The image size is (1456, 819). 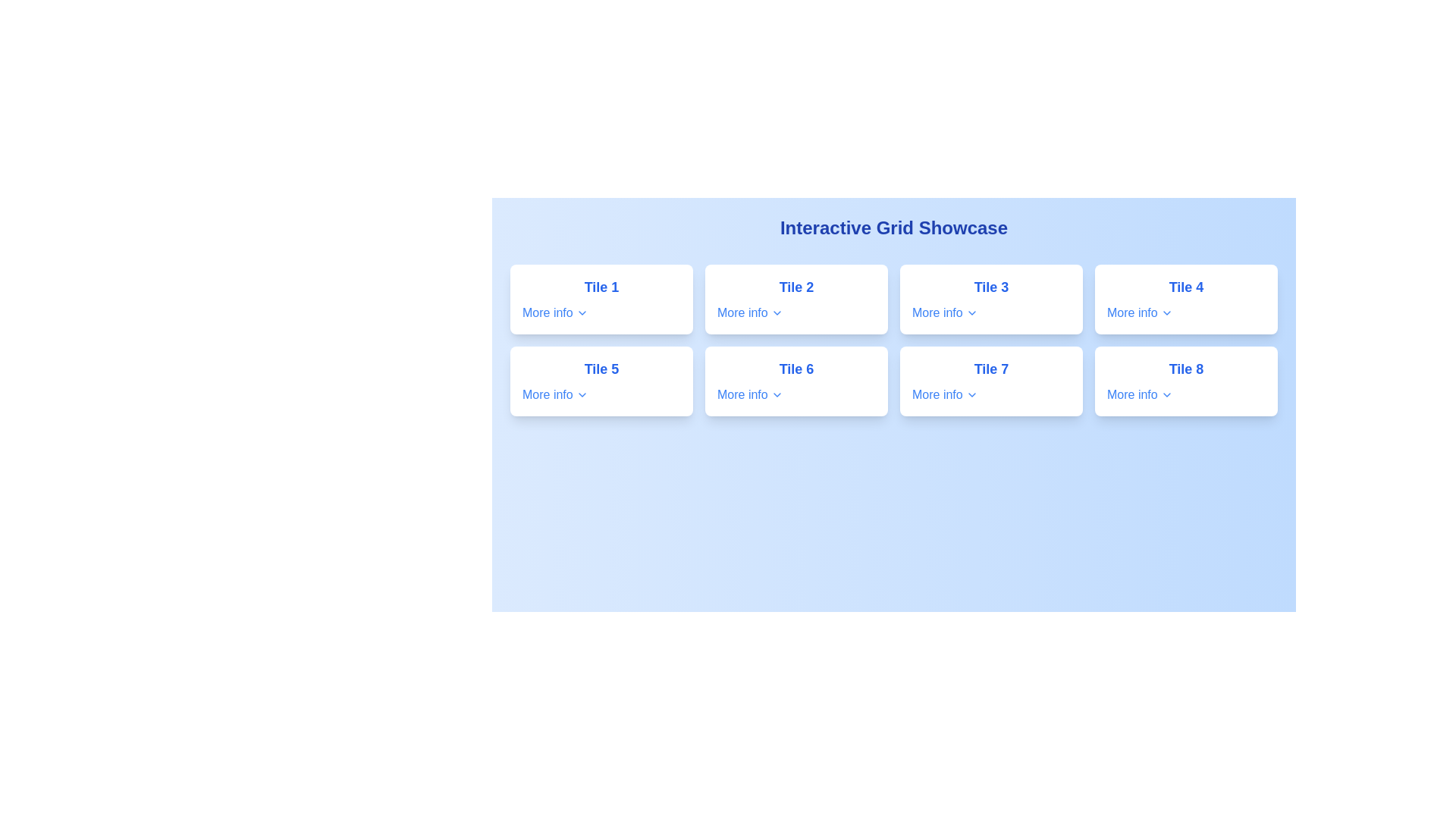 I want to click on the Card with 'Tile 6' and 'More info' text, so click(x=795, y=380).